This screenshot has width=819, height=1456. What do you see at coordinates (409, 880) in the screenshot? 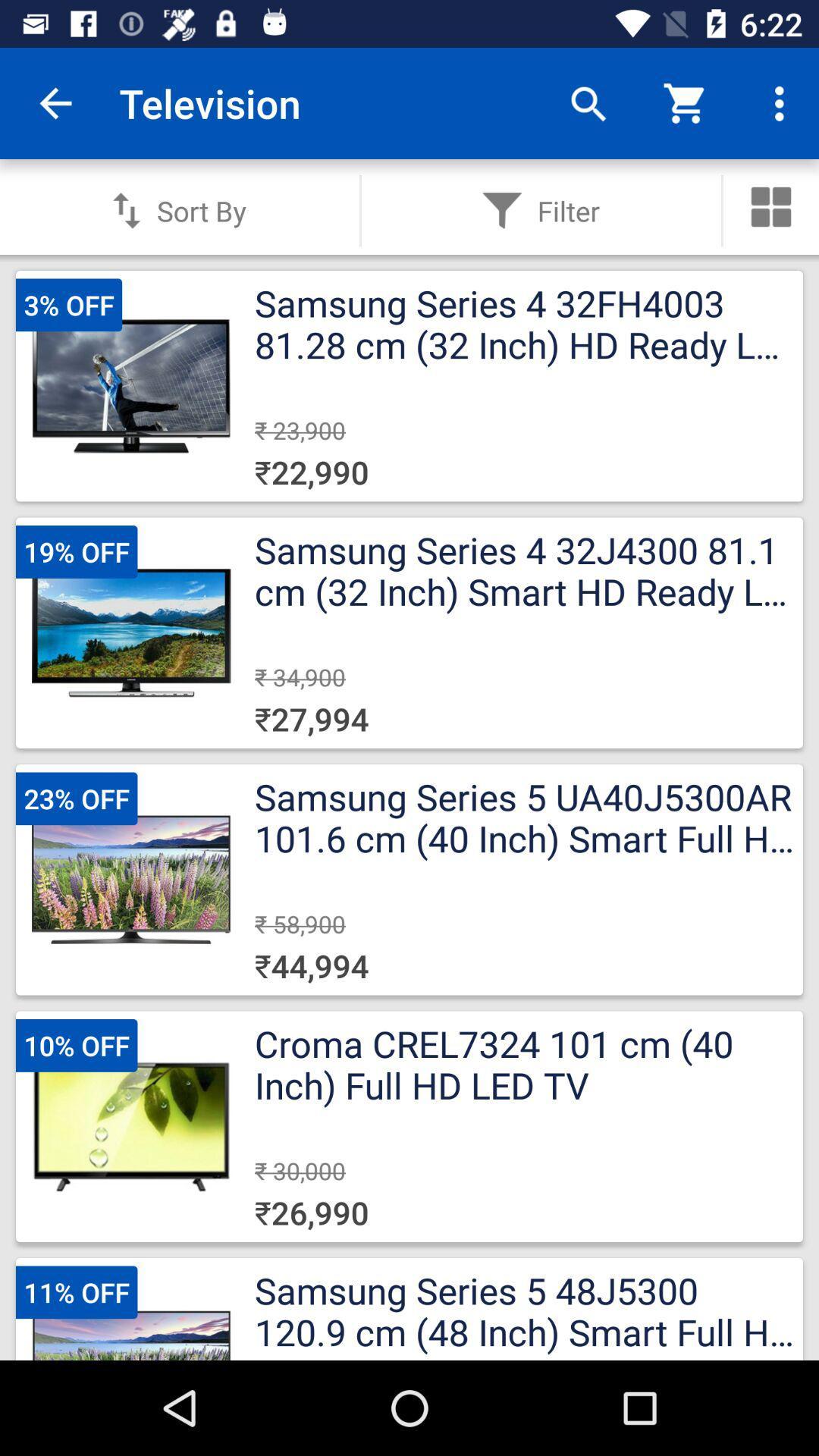
I see `the third row` at bounding box center [409, 880].